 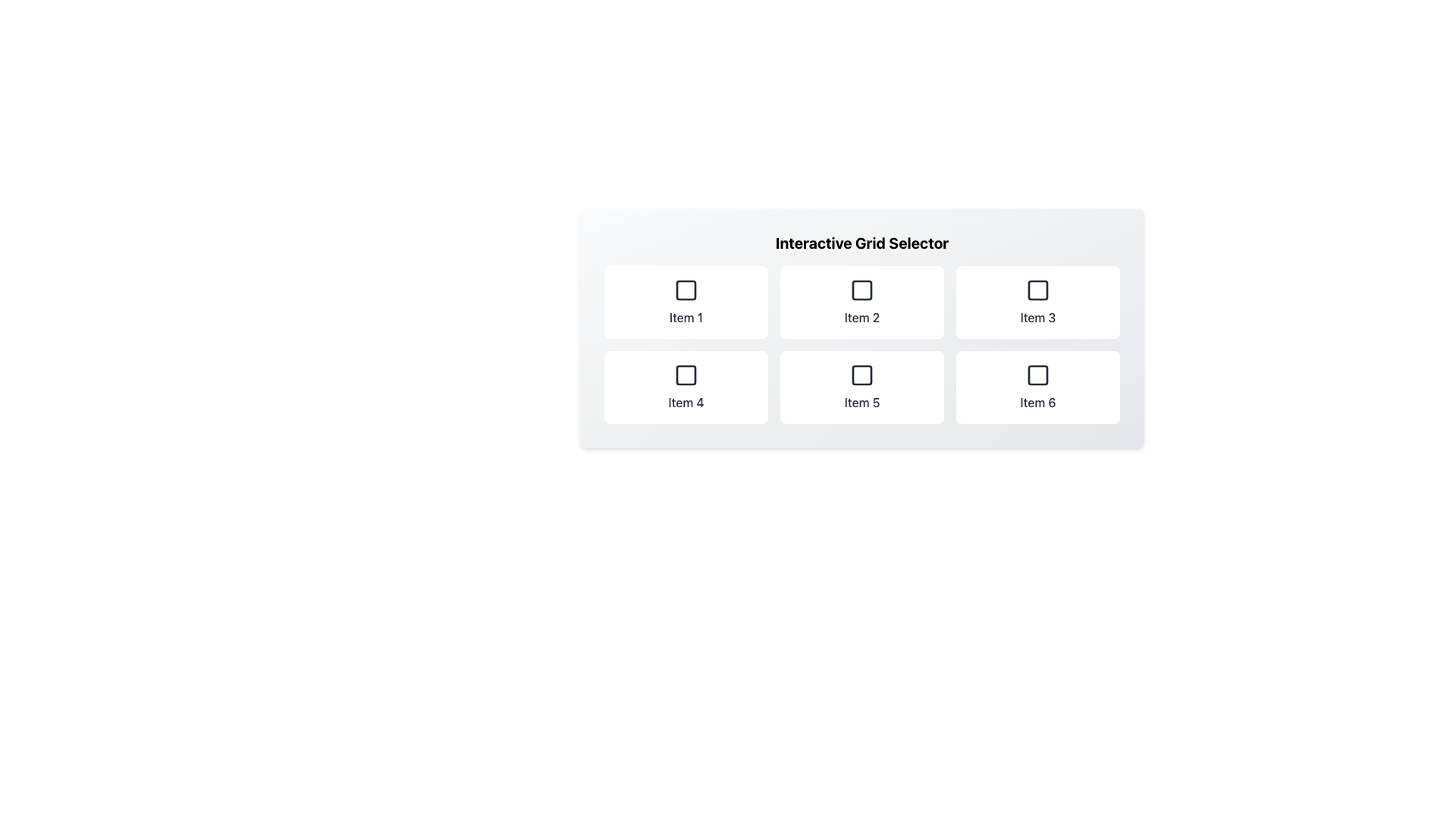 What do you see at coordinates (686, 375) in the screenshot?
I see `the square vector graphic icon located in the second row and first column of the grid layout, which serves as a visual indicator for selection above the label 'Item 4.'` at bounding box center [686, 375].